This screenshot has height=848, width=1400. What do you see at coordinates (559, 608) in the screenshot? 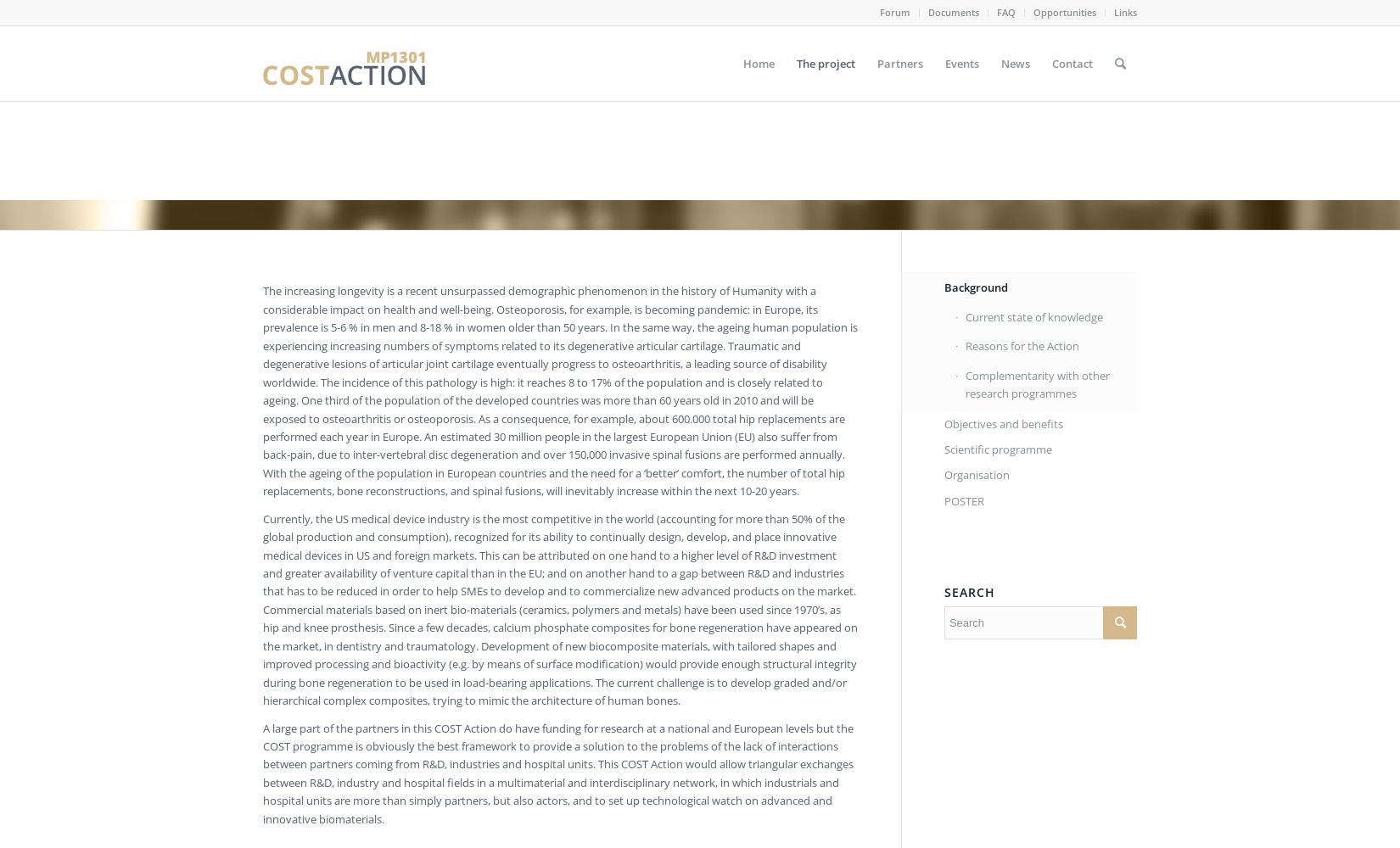
I see `'Currently, the US medical device industry is the most competitive in the world (accounting for more than 50% of the global production and consumption), recognized for its ability to continually design, develop, and place innovative medical devices in US and foreign markets. This can be attributed on one hand to a higher level of R&D investment and greater availability of venture capital than in the EU; and on another hand to a gap between R&D and industries that has to be reduced in order to help SMEs to develop and to commercialize new advanced products on the market. Commercial materials based on inert bio-materials (ceramics, polymers and metals) have been used since 1970’s, as hip and knee prosthesis. Since a few decades, calcium phosphate composites for bone regeneration have appeared on the market, in dentistry and traumatology. Development of new biocomposite materials, with tailored shapes and improved processing and bioactivity (e.g. by means of surface modification) would provide enough structural integrity during bone regeneration to be used in load-bearing applications. The current challenge is to develop graded and/or hierarchical complex composites, trying to mimic the architecture of human bones.'` at bounding box center [559, 608].